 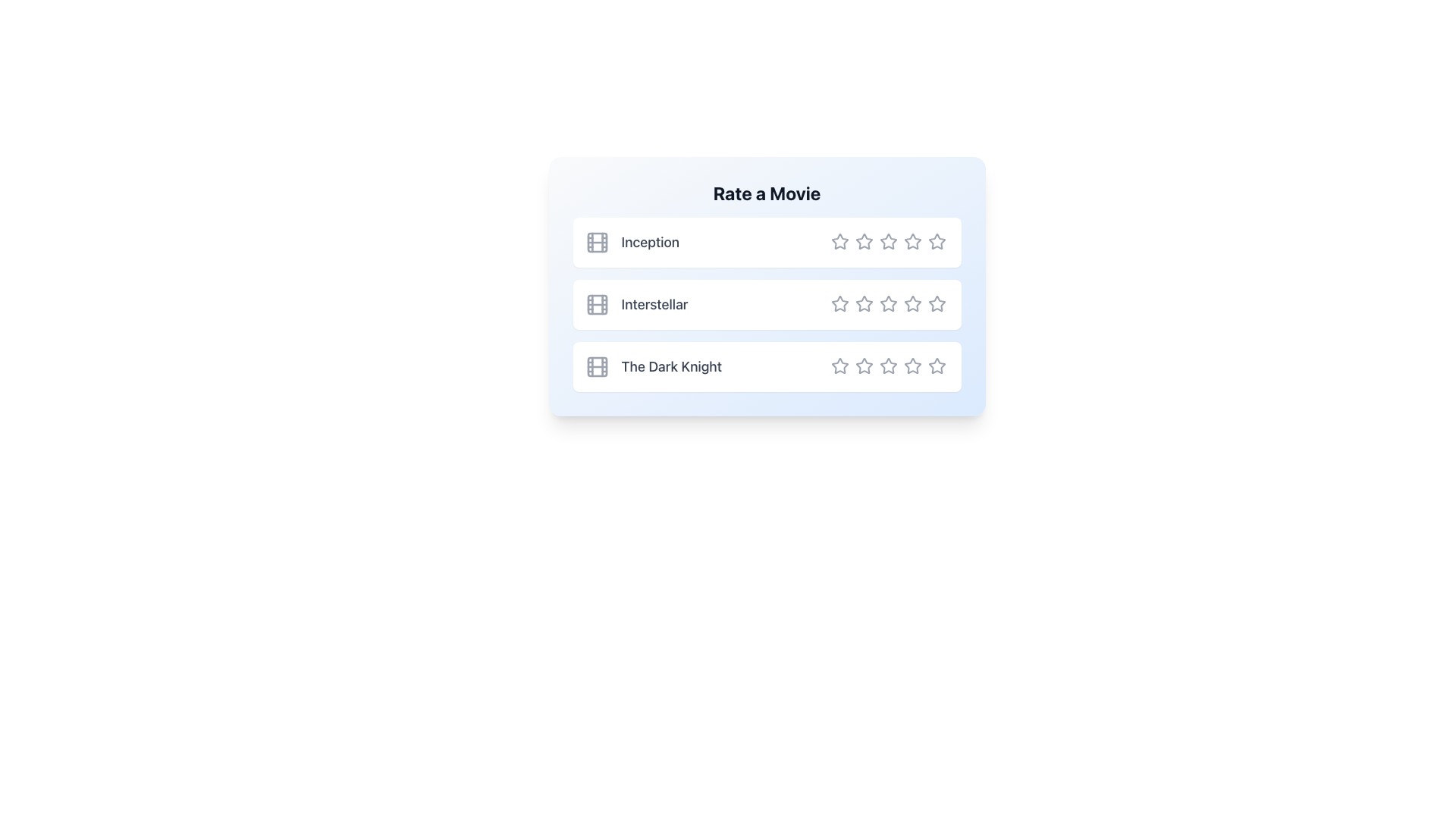 What do you see at coordinates (912, 303) in the screenshot?
I see `the fourth star-shaped Rating Star Icon in the rating module under the title 'Interstellar'` at bounding box center [912, 303].